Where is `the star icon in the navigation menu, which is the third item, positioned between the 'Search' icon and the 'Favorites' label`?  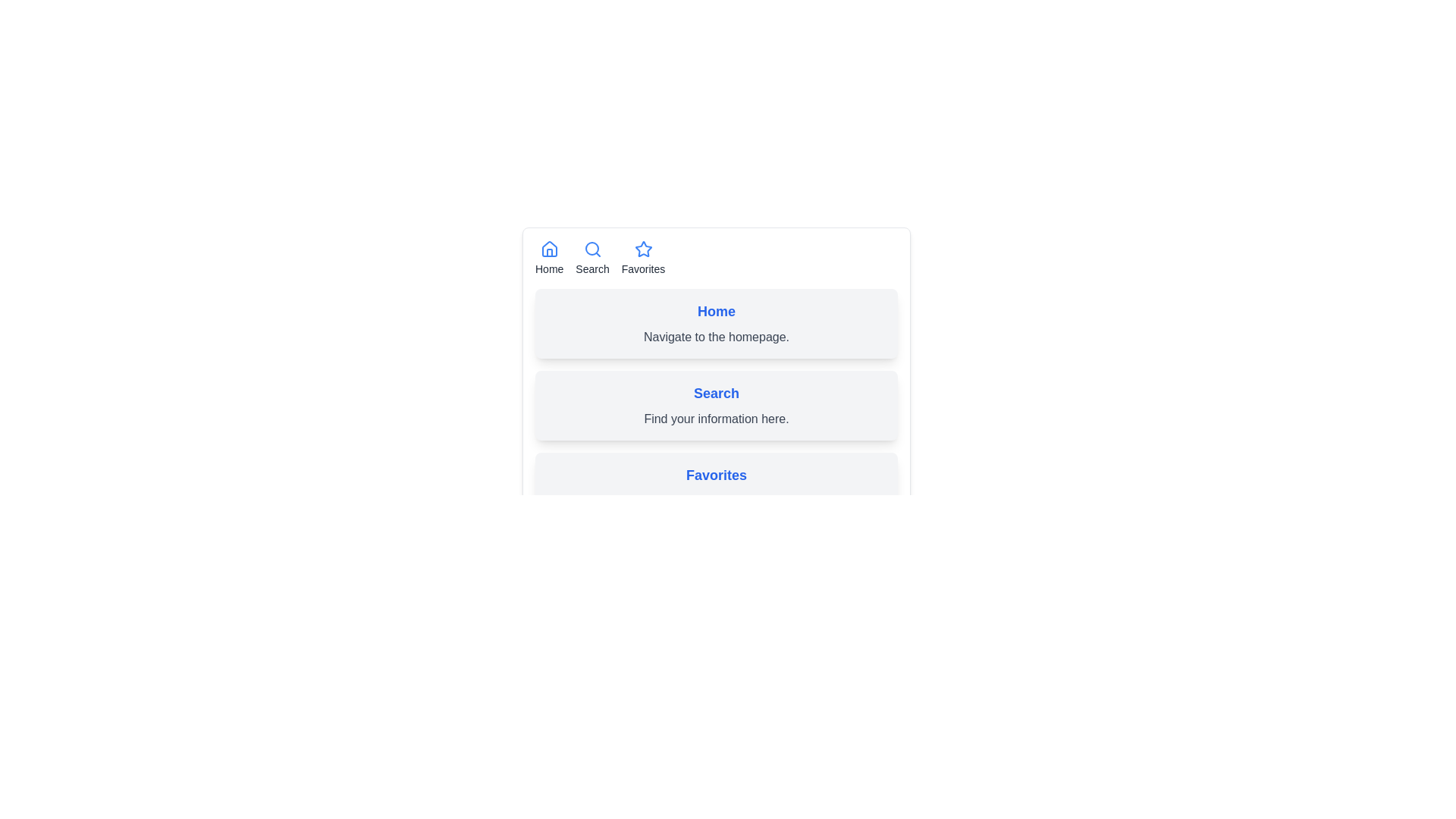
the star icon in the navigation menu, which is the third item, positioned between the 'Search' icon and the 'Favorites' label is located at coordinates (643, 248).